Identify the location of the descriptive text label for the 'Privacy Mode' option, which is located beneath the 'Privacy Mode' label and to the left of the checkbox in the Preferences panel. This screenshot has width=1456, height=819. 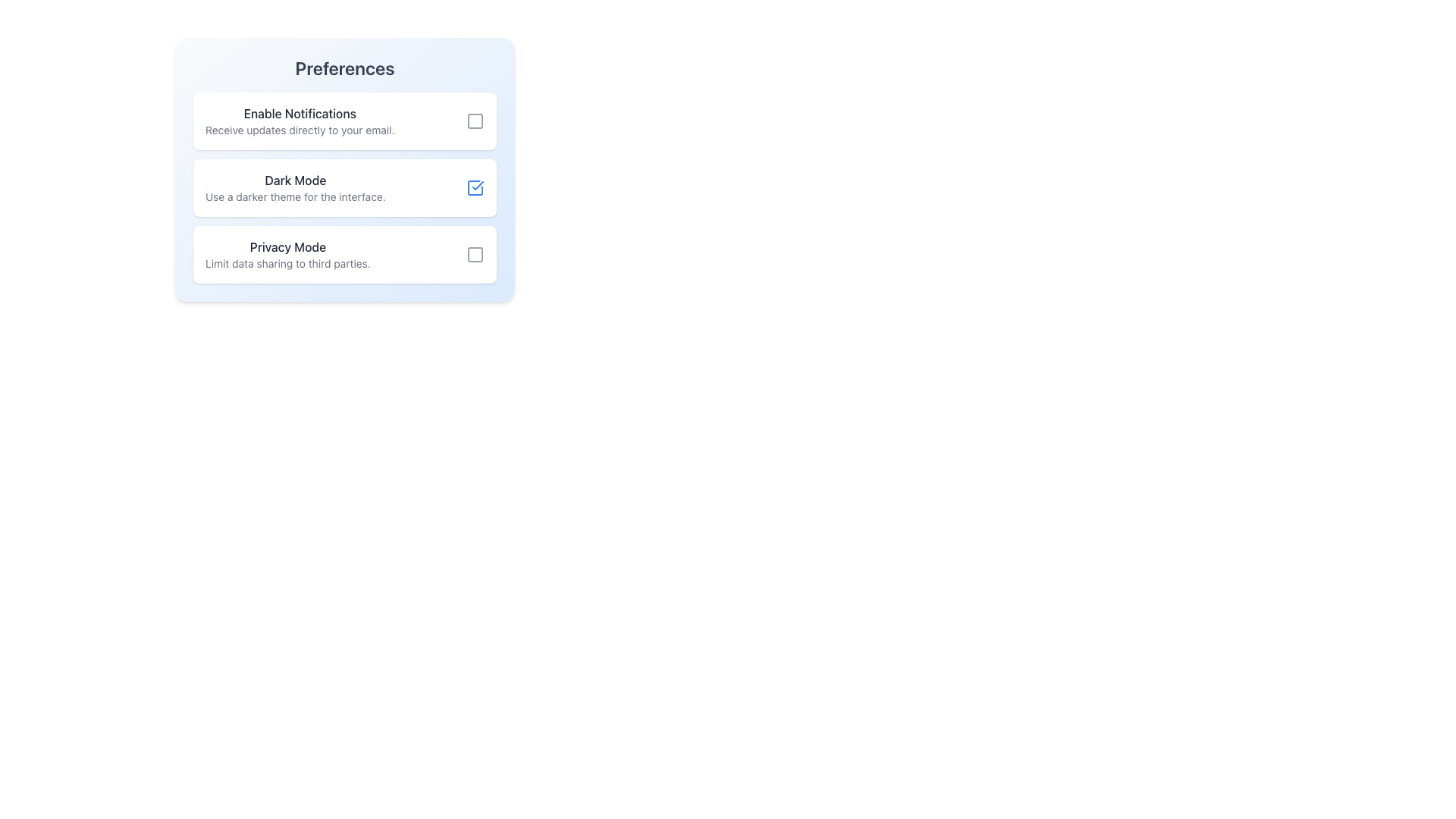
(287, 262).